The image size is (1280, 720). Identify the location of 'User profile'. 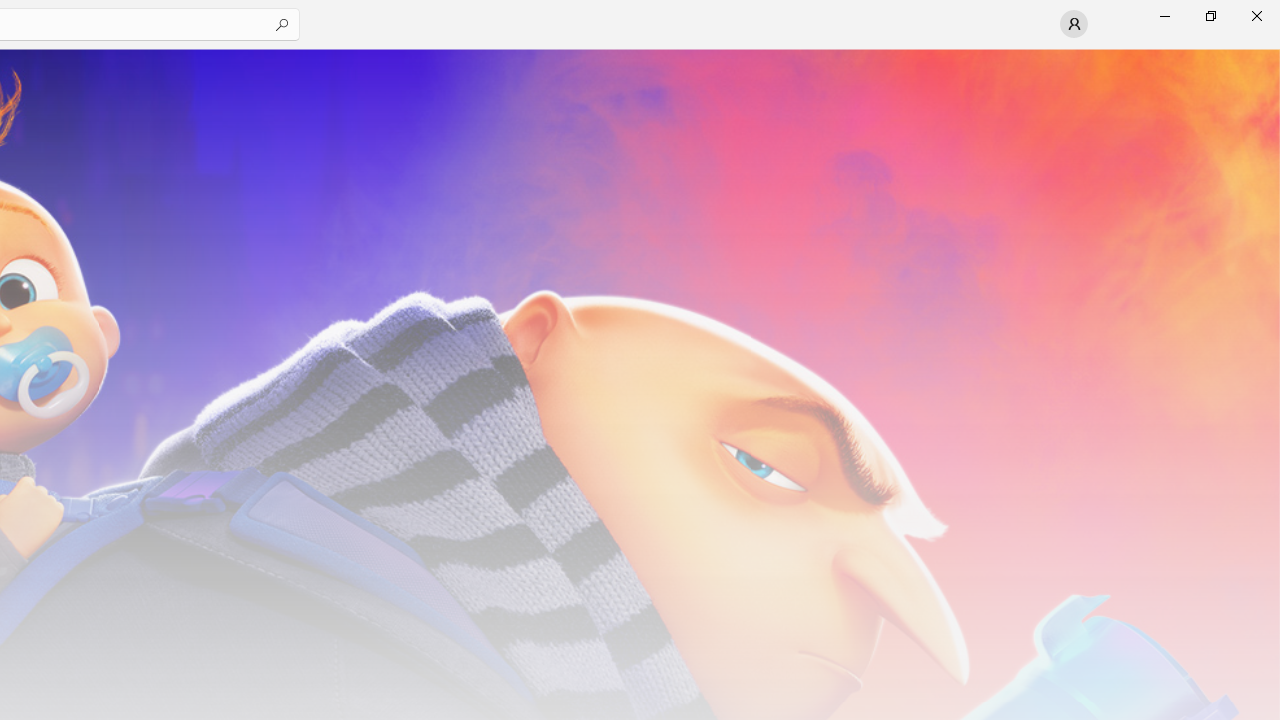
(1072, 24).